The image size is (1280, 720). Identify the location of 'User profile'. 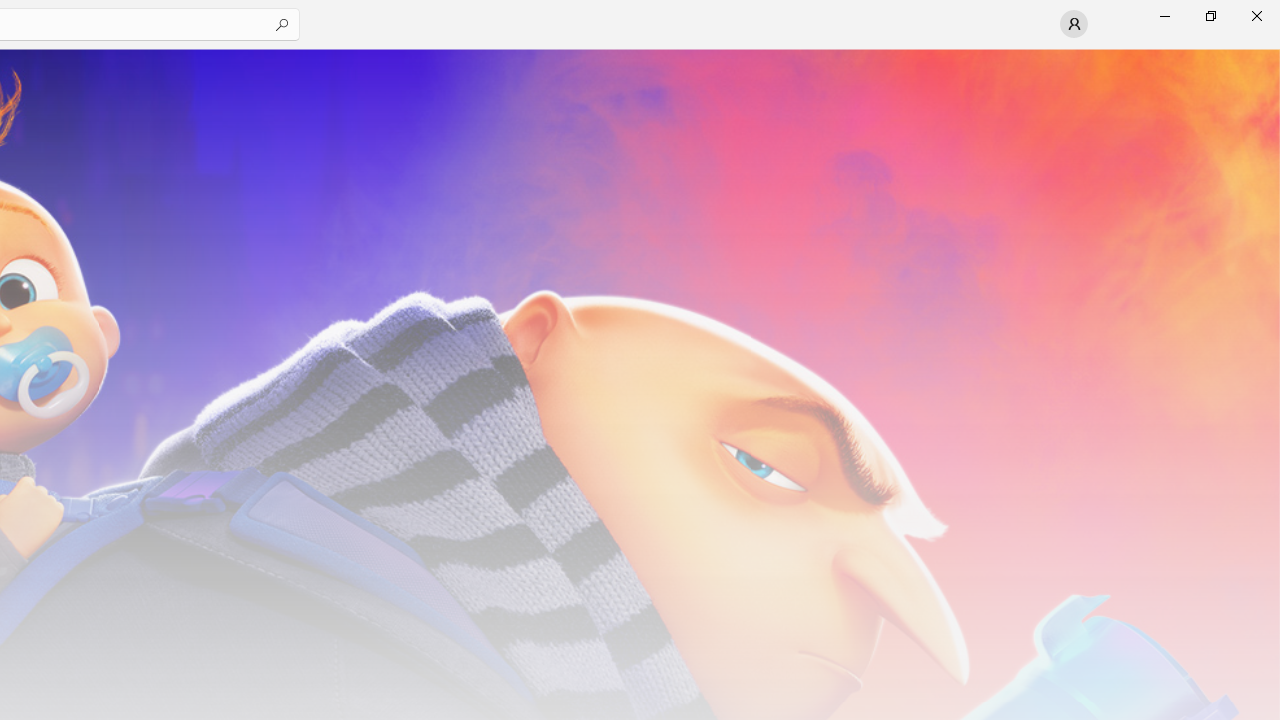
(1072, 24).